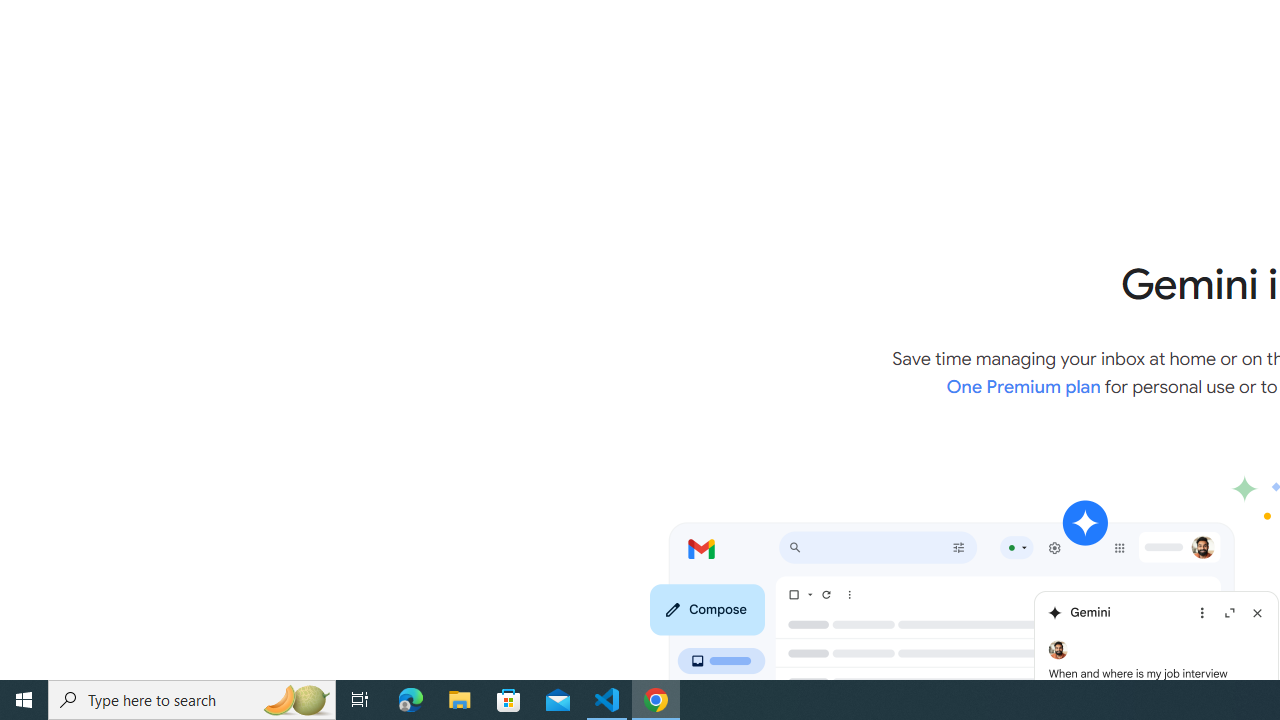  Describe the element at coordinates (359, 698) in the screenshot. I see `'Task View'` at that location.